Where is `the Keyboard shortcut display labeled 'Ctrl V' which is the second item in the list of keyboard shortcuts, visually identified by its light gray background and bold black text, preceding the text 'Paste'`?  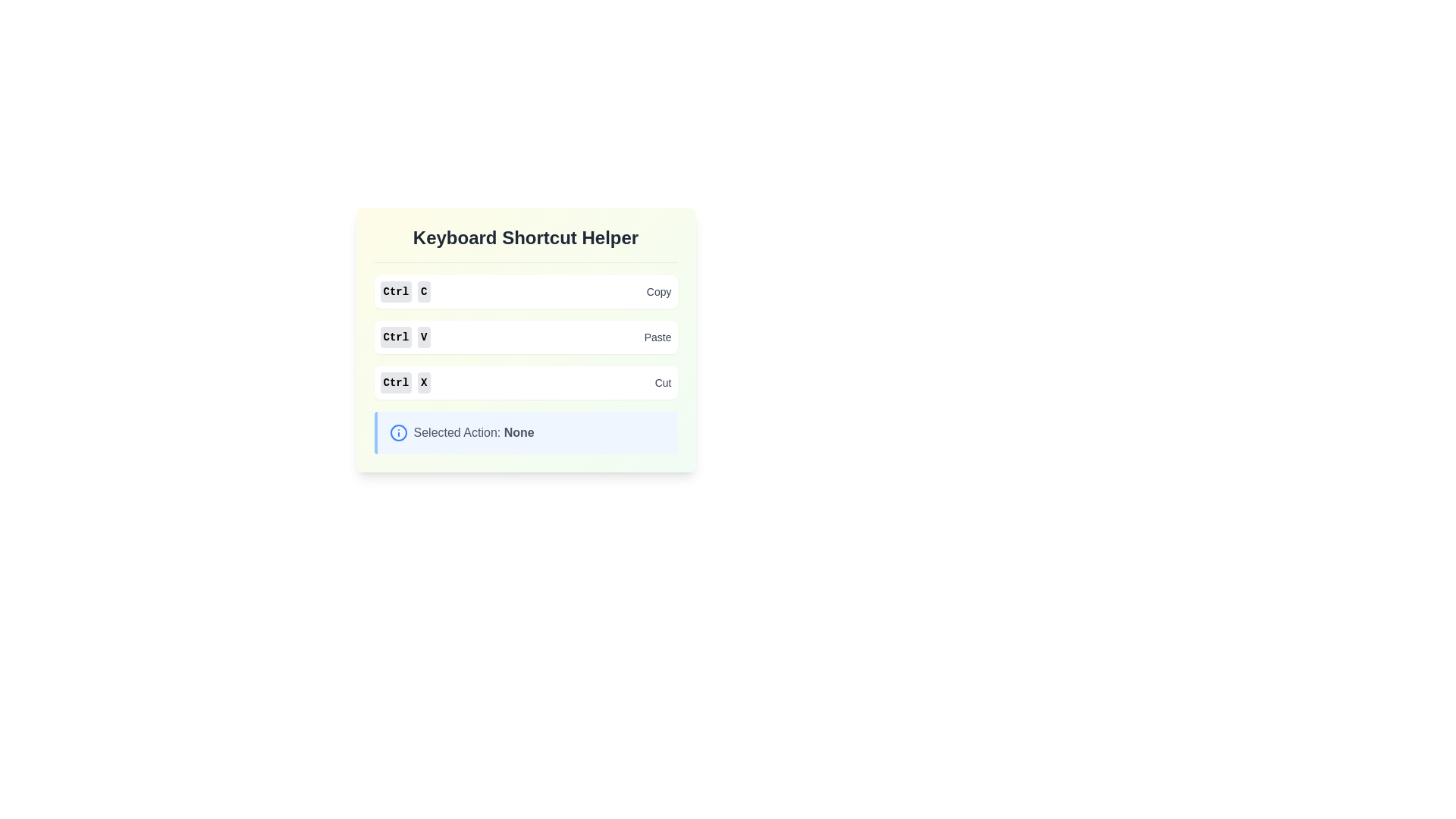
the Keyboard shortcut display labeled 'Ctrl V' which is the second item in the list of keyboard shortcuts, visually identified by its light gray background and bold black text, preceding the text 'Paste' is located at coordinates (405, 336).